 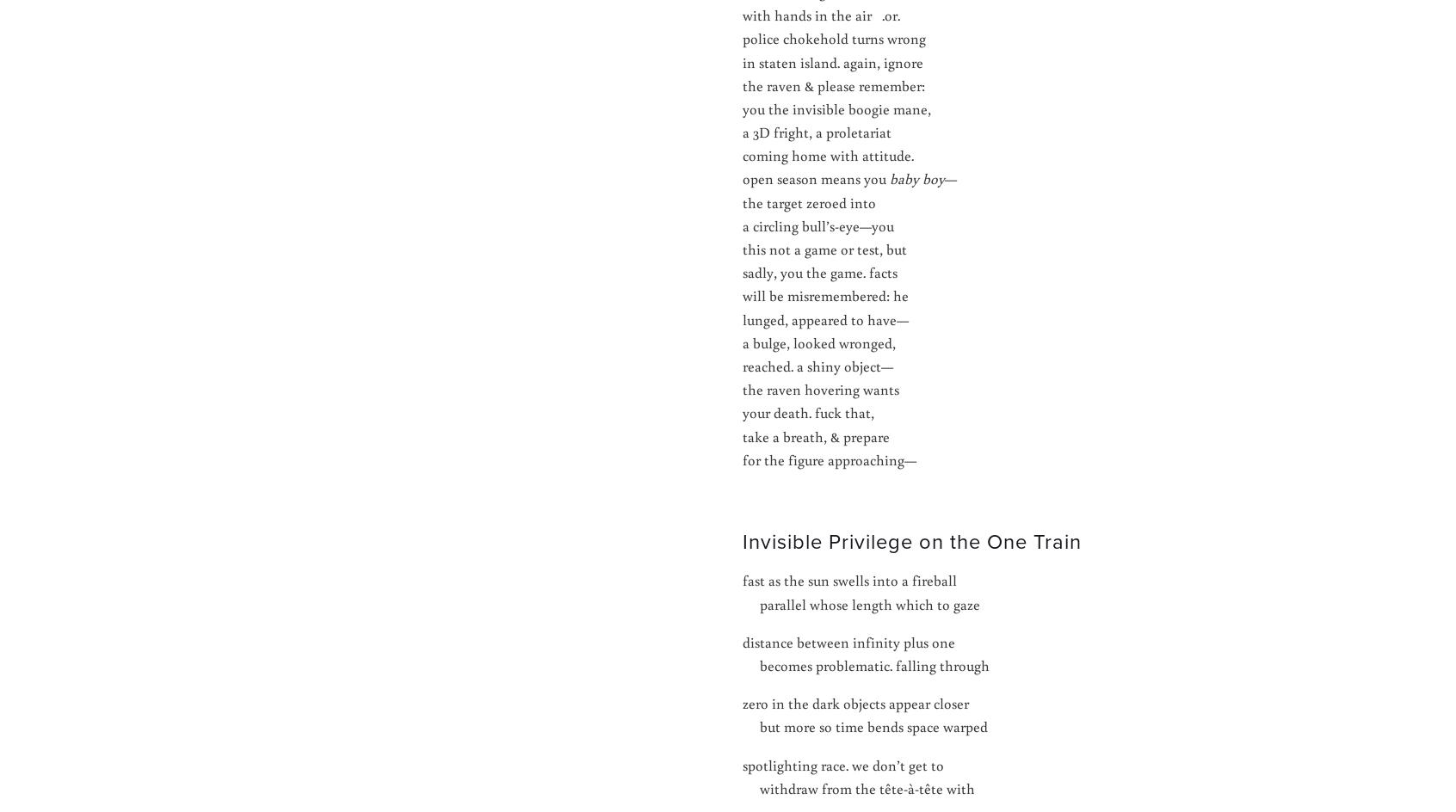 What do you see at coordinates (836, 108) in the screenshot?
I see `'you the invisible boogie mane,'` at bounding box center [836, 108].